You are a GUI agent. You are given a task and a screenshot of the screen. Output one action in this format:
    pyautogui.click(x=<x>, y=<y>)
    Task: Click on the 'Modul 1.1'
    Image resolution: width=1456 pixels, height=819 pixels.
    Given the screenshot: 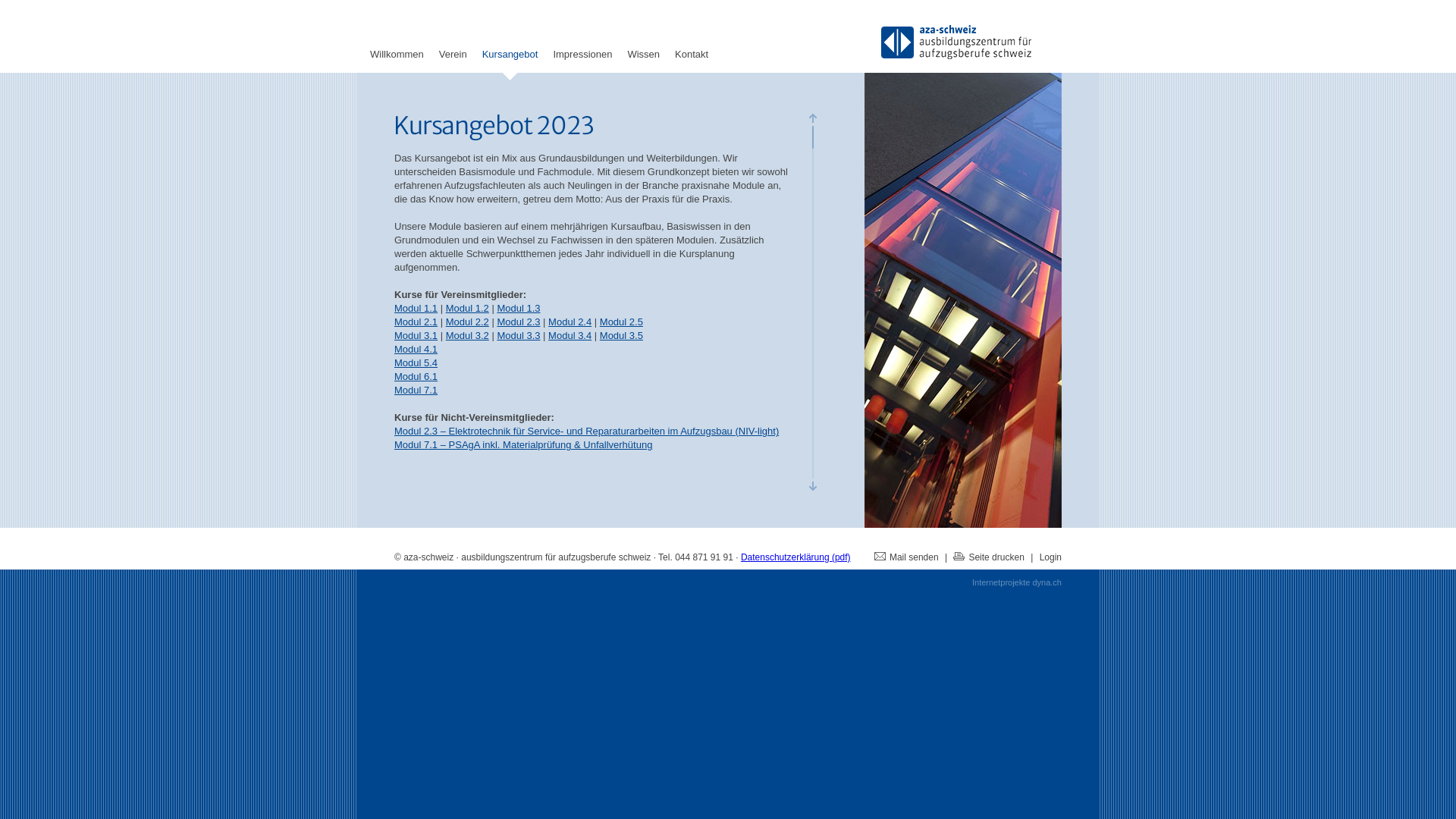 What is the action you would take?
    pyautogui.click(x=416, y=307)
    